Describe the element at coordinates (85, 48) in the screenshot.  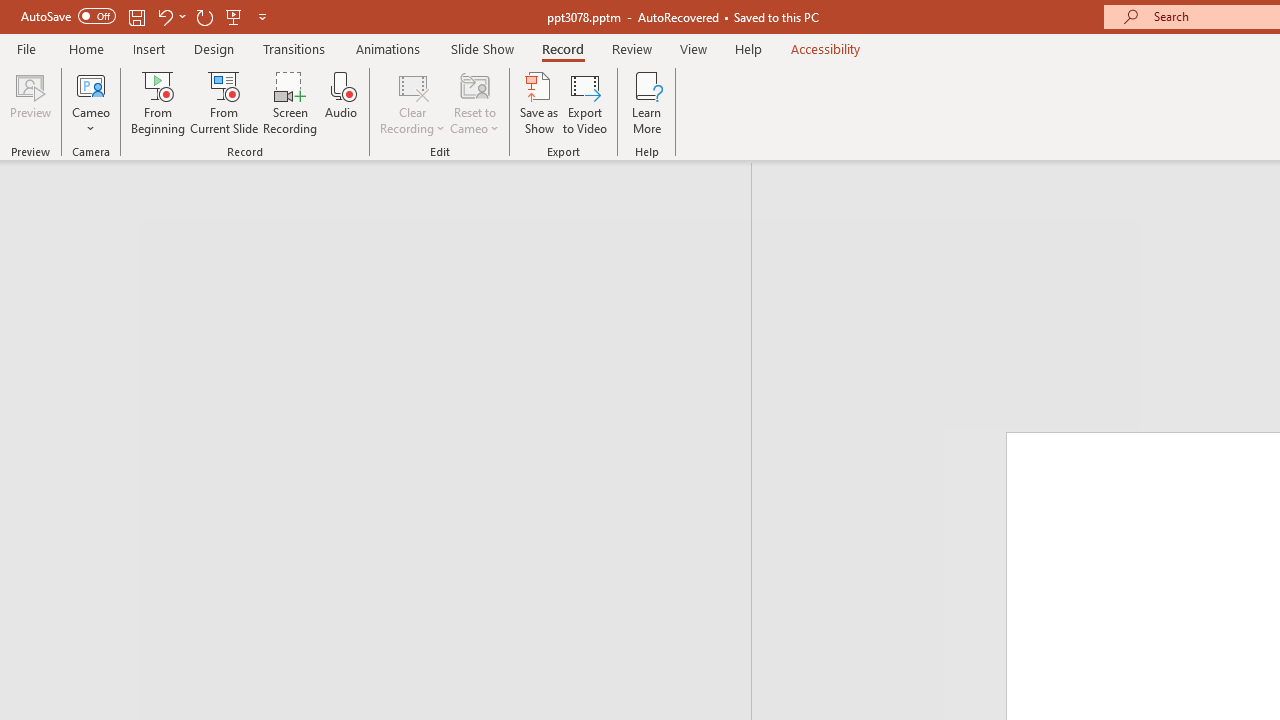
I see `'Home'` at that location.